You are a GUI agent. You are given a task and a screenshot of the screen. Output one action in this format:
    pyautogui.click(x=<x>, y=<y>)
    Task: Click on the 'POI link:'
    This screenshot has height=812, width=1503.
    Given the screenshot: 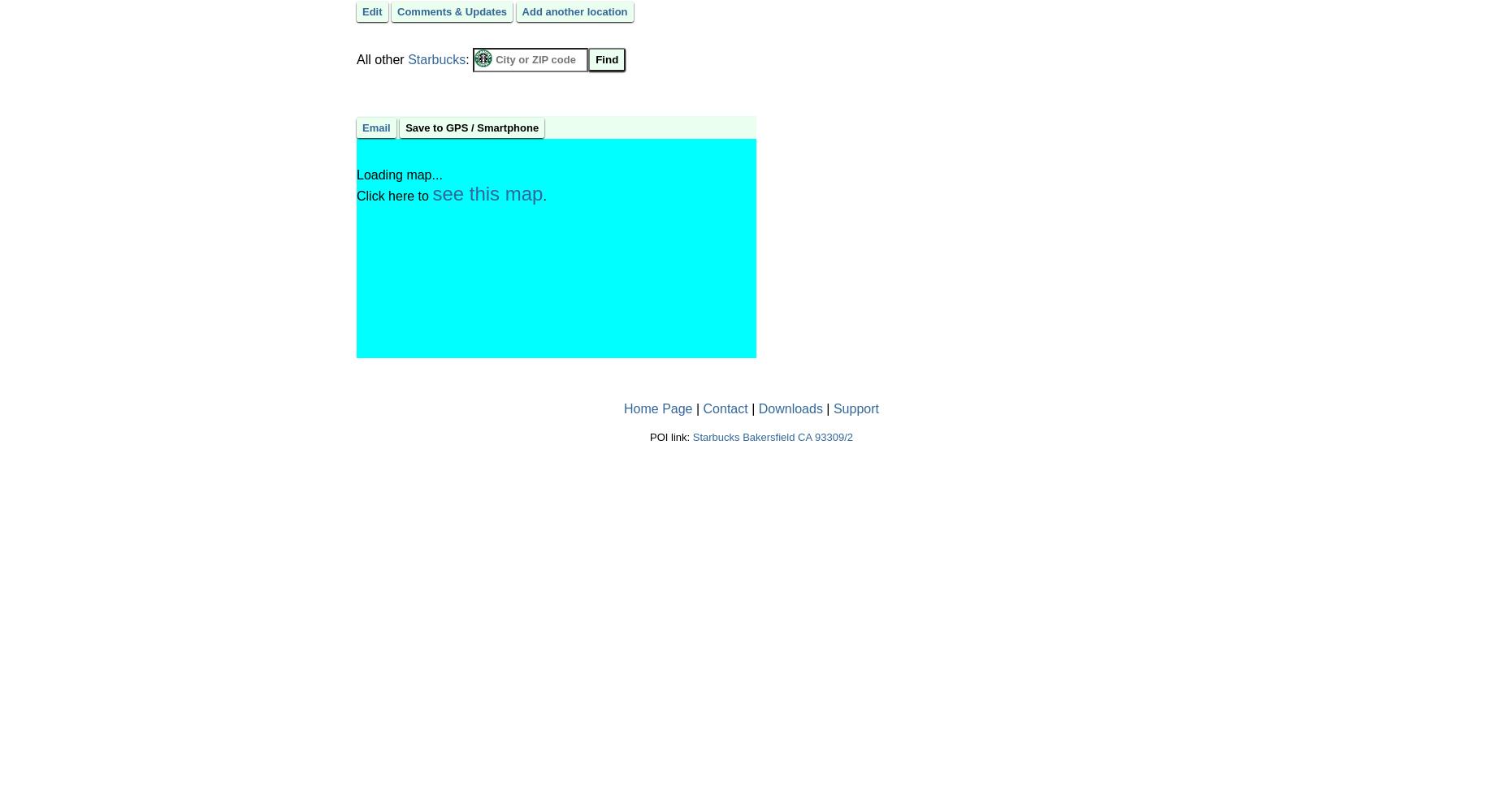 What is the action you would take?
    pyautogui.click(x=670, y=436)
    